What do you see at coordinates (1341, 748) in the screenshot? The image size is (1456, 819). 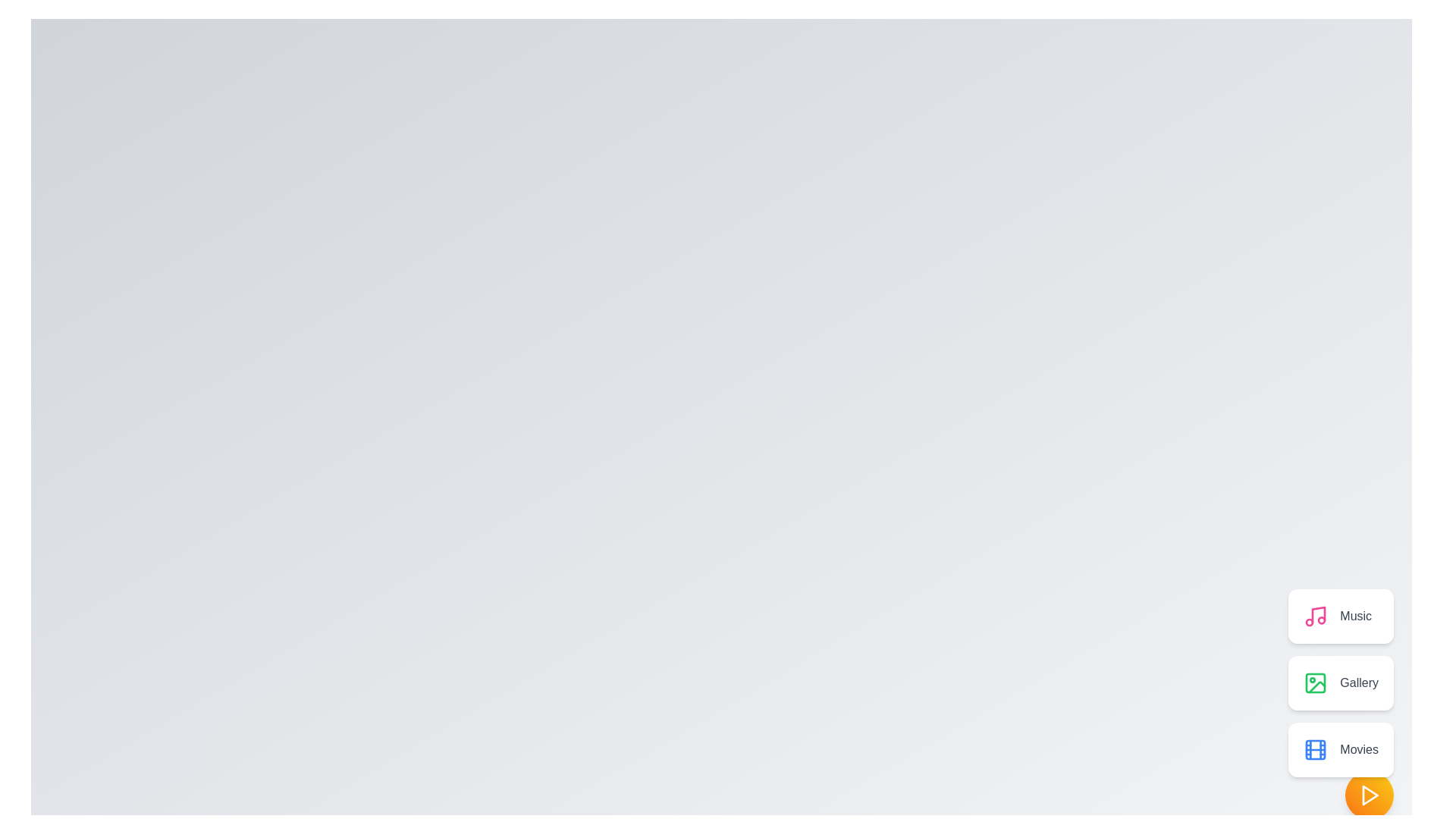 I see `the 'Movies' button to select it` at bounding box center [1341, 748].